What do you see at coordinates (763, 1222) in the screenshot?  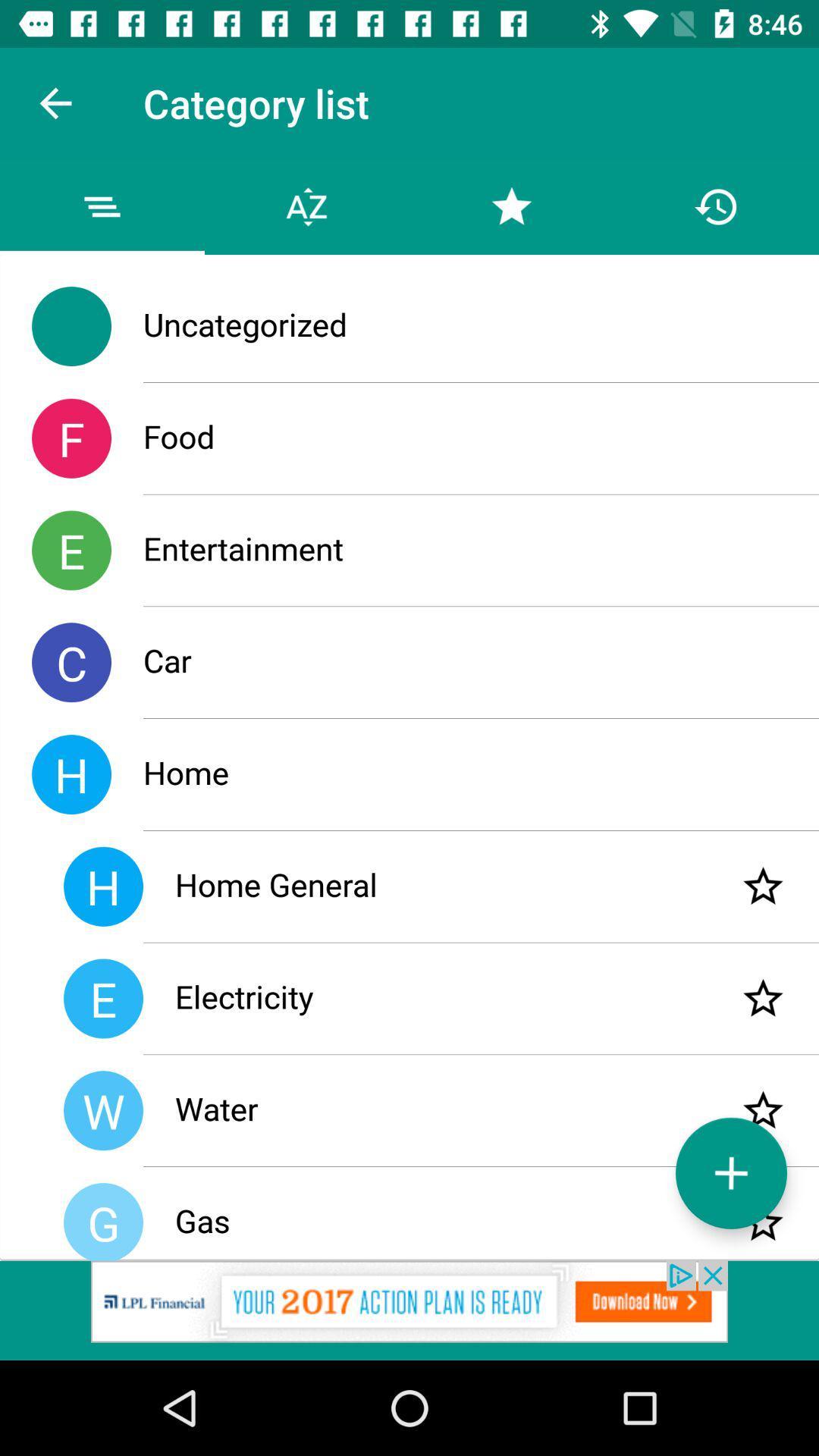 I see `mark as favorite` at bounding box center [763, 1222].